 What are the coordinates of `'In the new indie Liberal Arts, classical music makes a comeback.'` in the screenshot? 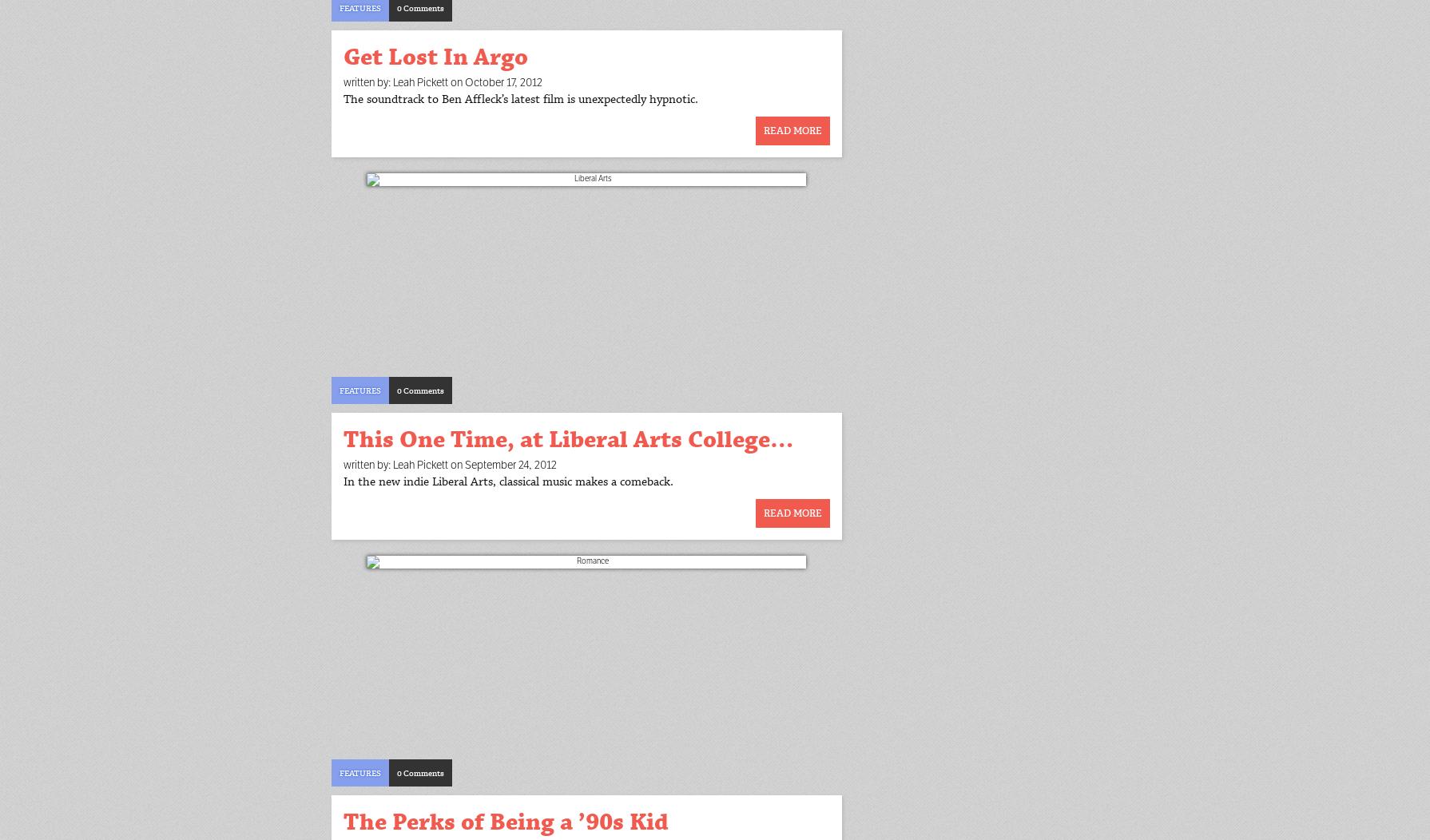 It's located at (343, 481).